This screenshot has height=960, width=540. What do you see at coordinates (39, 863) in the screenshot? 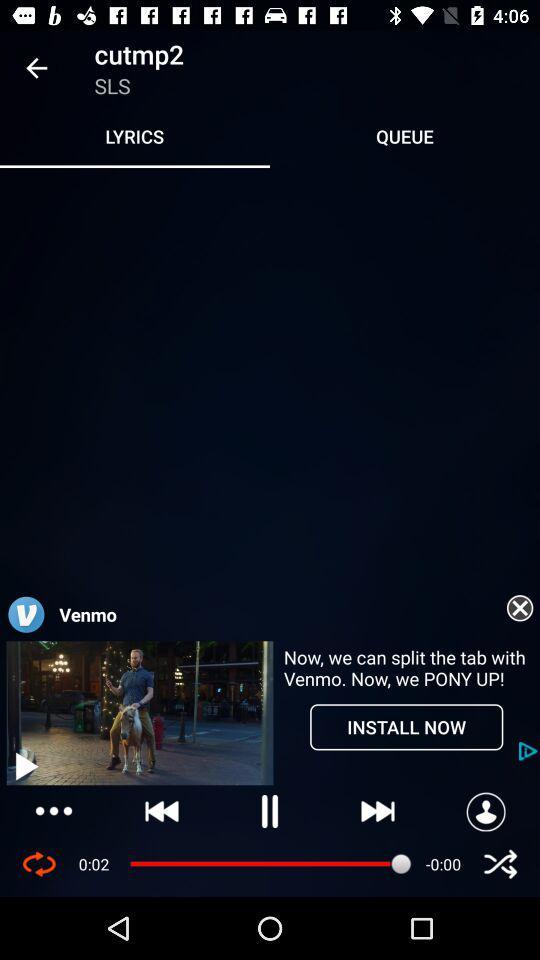
I see `the refresh icon` at bounding box center [39, 863].